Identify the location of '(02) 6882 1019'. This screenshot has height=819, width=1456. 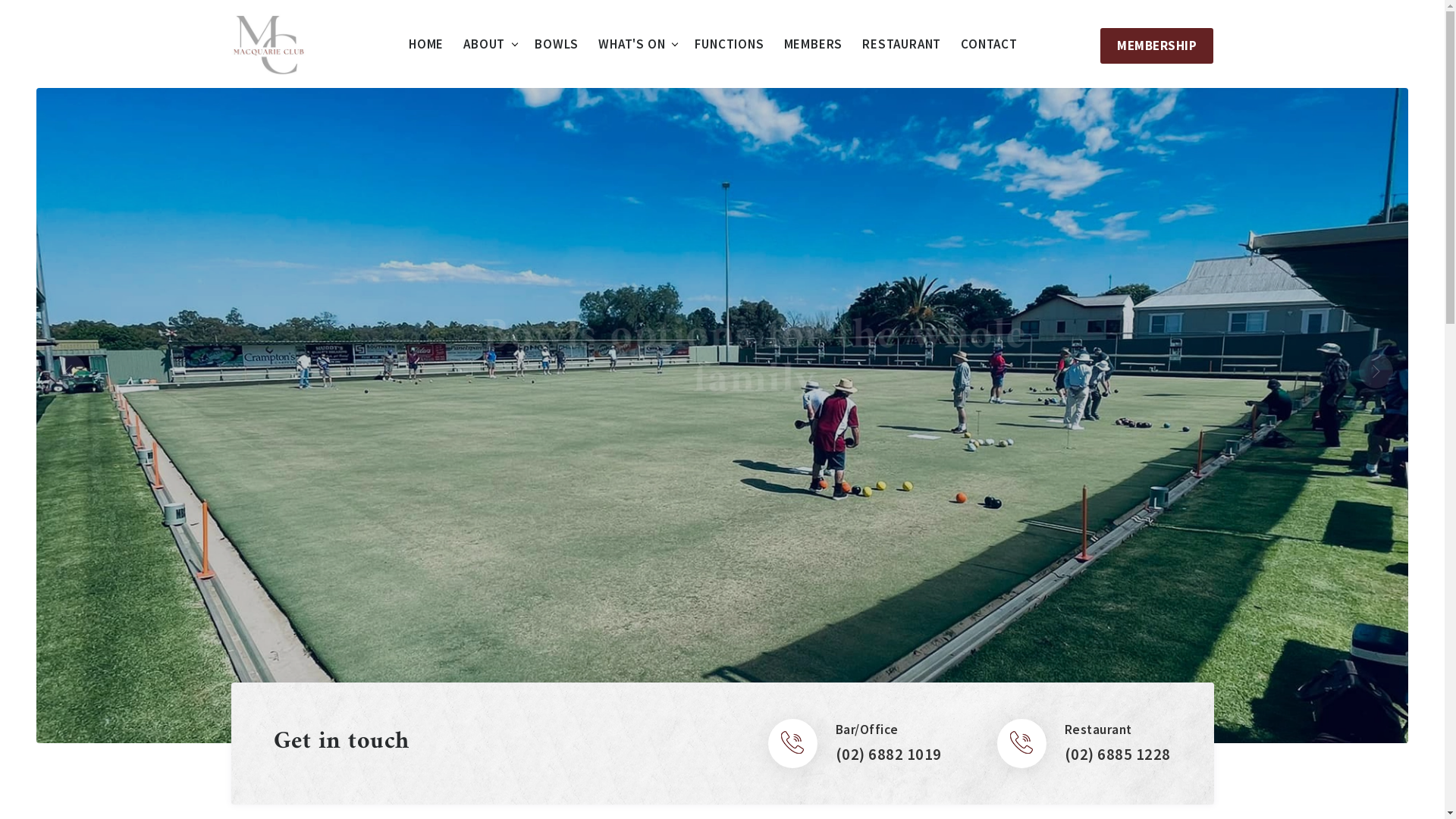
(888, 755).